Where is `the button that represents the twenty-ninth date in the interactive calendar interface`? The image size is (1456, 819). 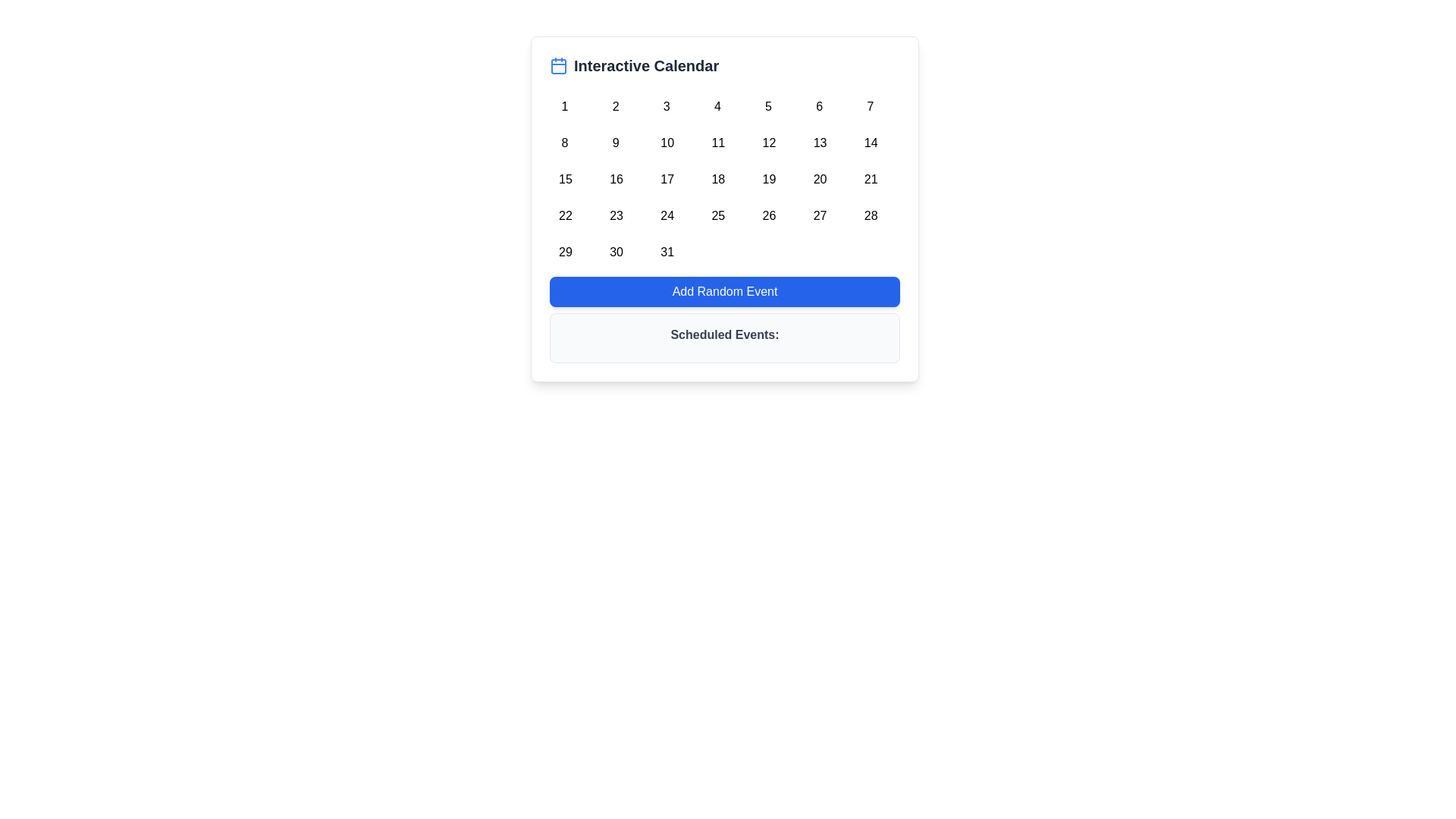 the button that represents the twenty-ninth date in the interactive calendar interface is located at coordinates (563, 248).